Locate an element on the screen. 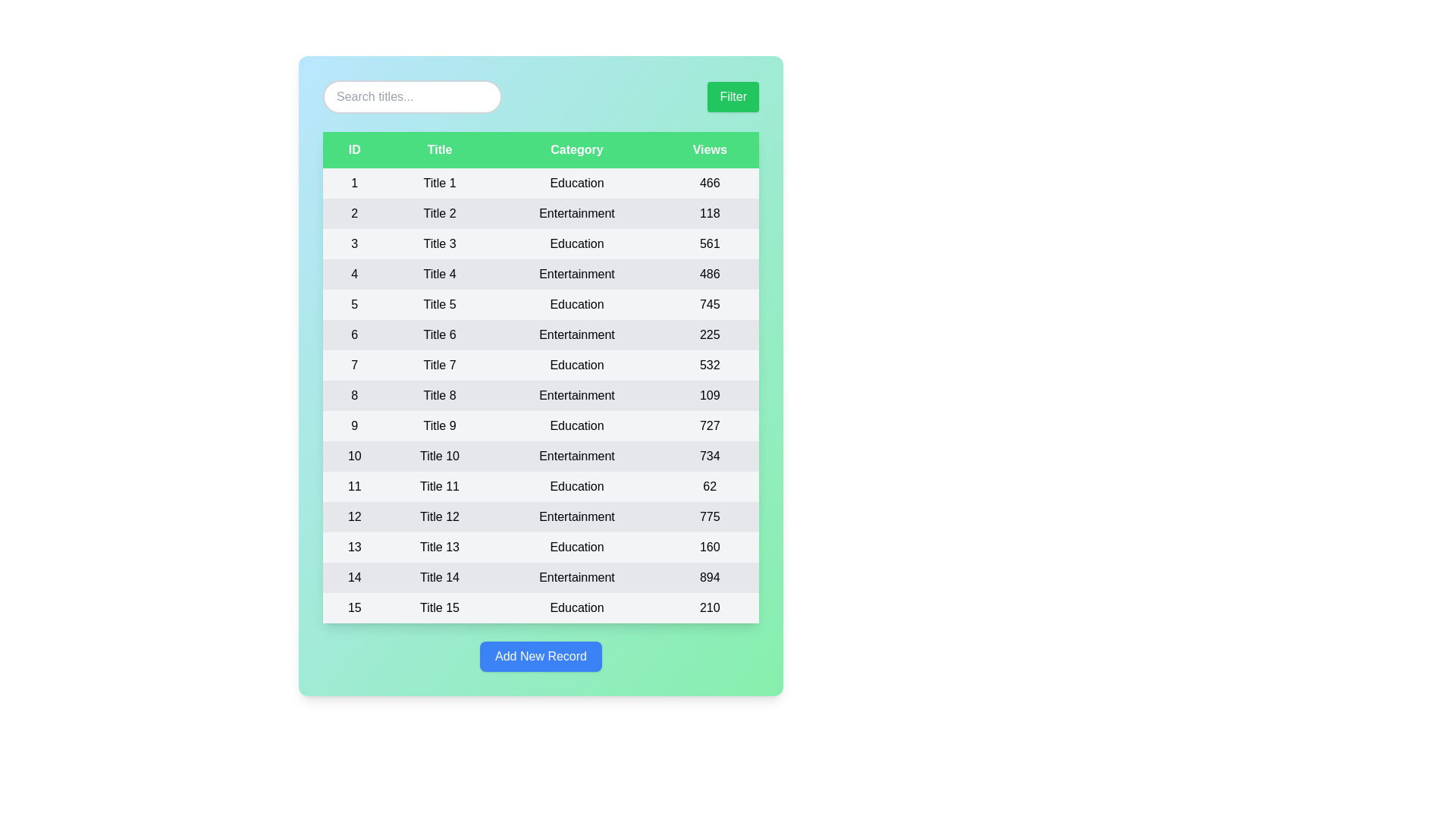 This screenshot has width=1456, height=819. 'Filter' button to apply filters is located at coordinates (733, 96).